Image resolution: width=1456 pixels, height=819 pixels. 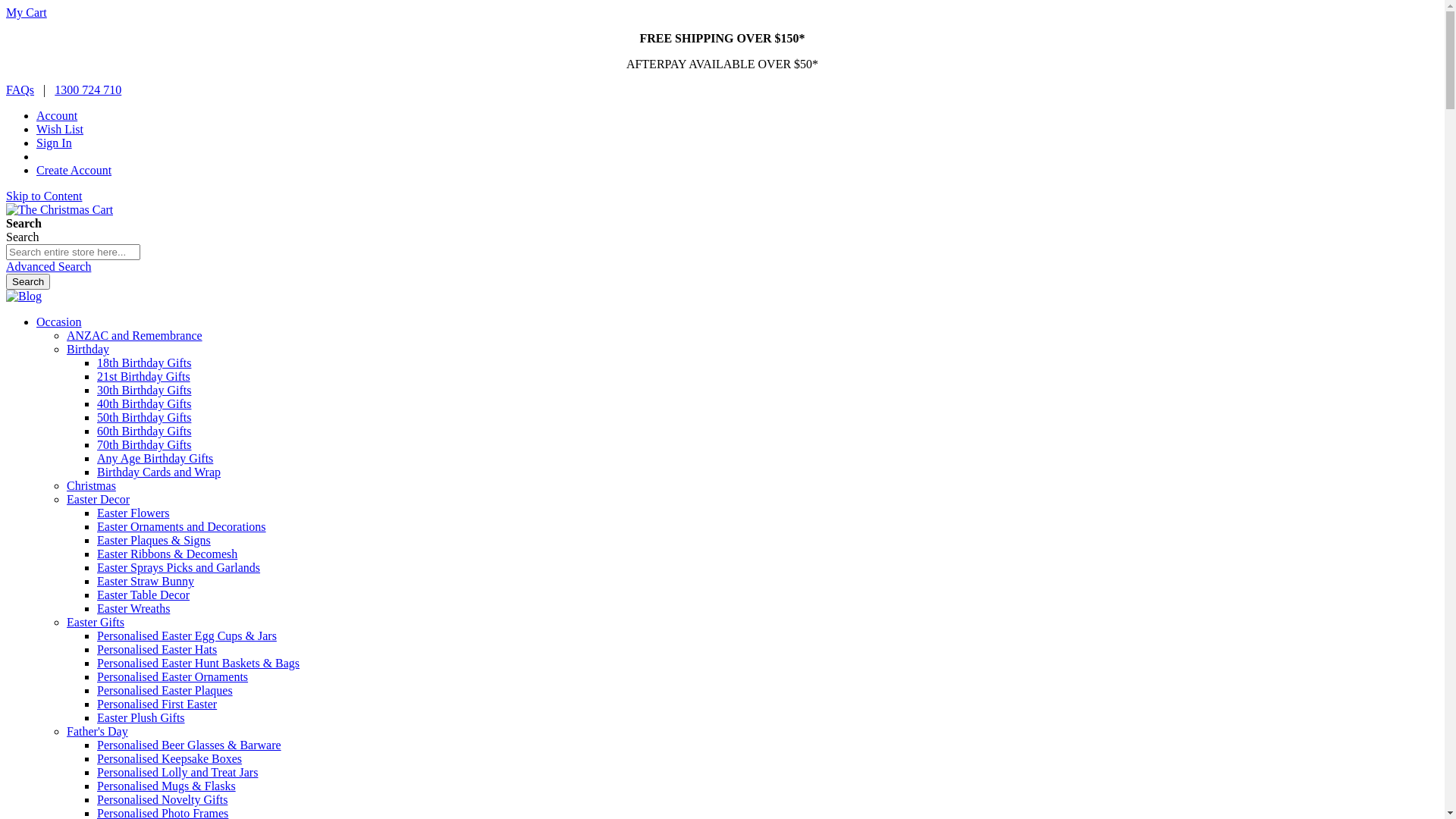 What do you see at coordinates (96, 730) in the screenshot?
I see `'Father's Day'` at bounding box center [96, 730].